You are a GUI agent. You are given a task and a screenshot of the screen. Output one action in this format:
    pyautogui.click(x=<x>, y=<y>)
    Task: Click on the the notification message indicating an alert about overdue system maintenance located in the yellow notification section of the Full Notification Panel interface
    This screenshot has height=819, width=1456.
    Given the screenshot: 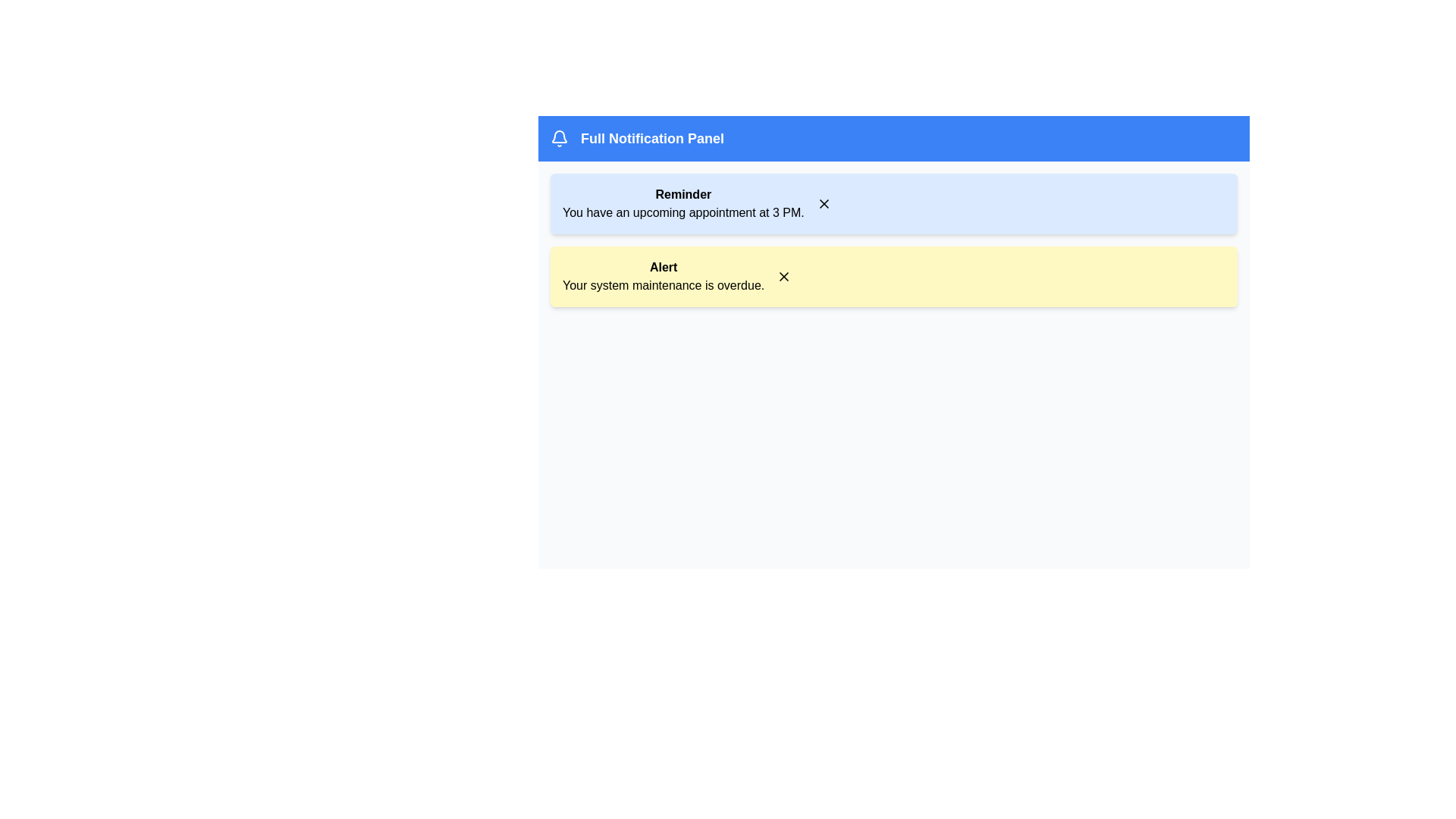 What is the action you would take?
    pyautogui.click(x=664, y=277)
    